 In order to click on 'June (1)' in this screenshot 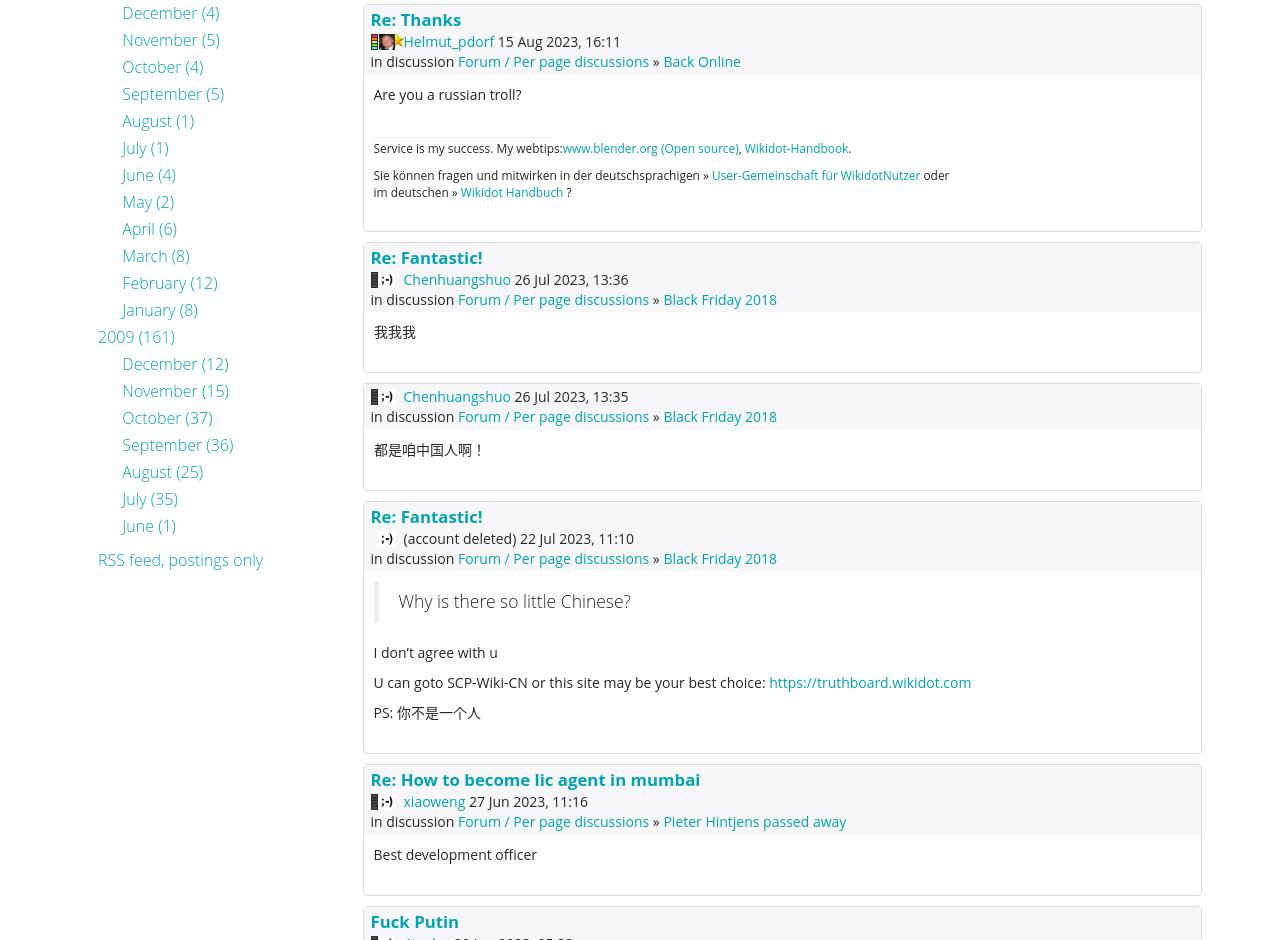, I will do `click(147, 525)`.